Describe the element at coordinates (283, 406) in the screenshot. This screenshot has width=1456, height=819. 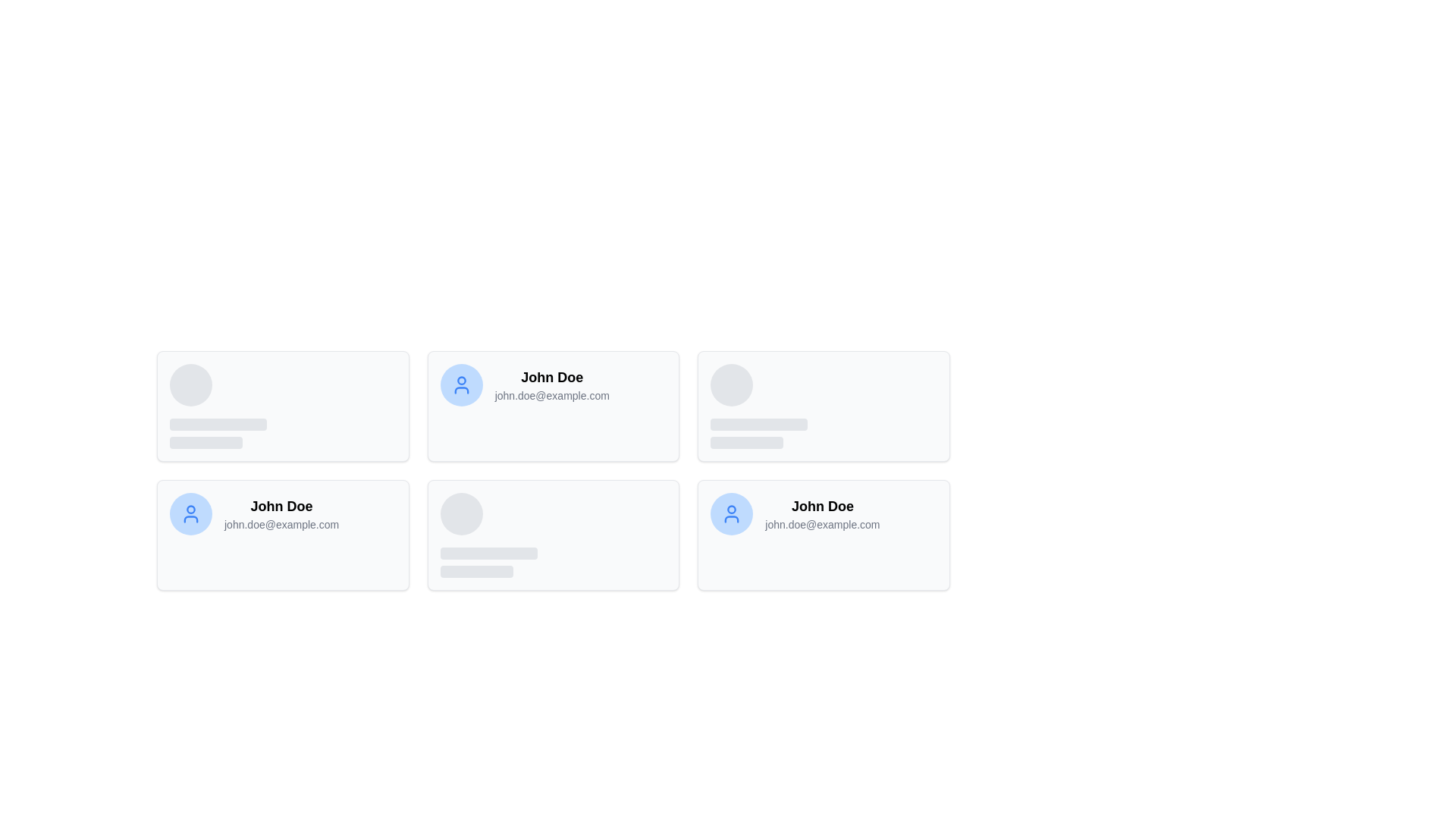
I see `Card placeholder element located in the upper left corner of the grid layout by clicking on it` at that location.